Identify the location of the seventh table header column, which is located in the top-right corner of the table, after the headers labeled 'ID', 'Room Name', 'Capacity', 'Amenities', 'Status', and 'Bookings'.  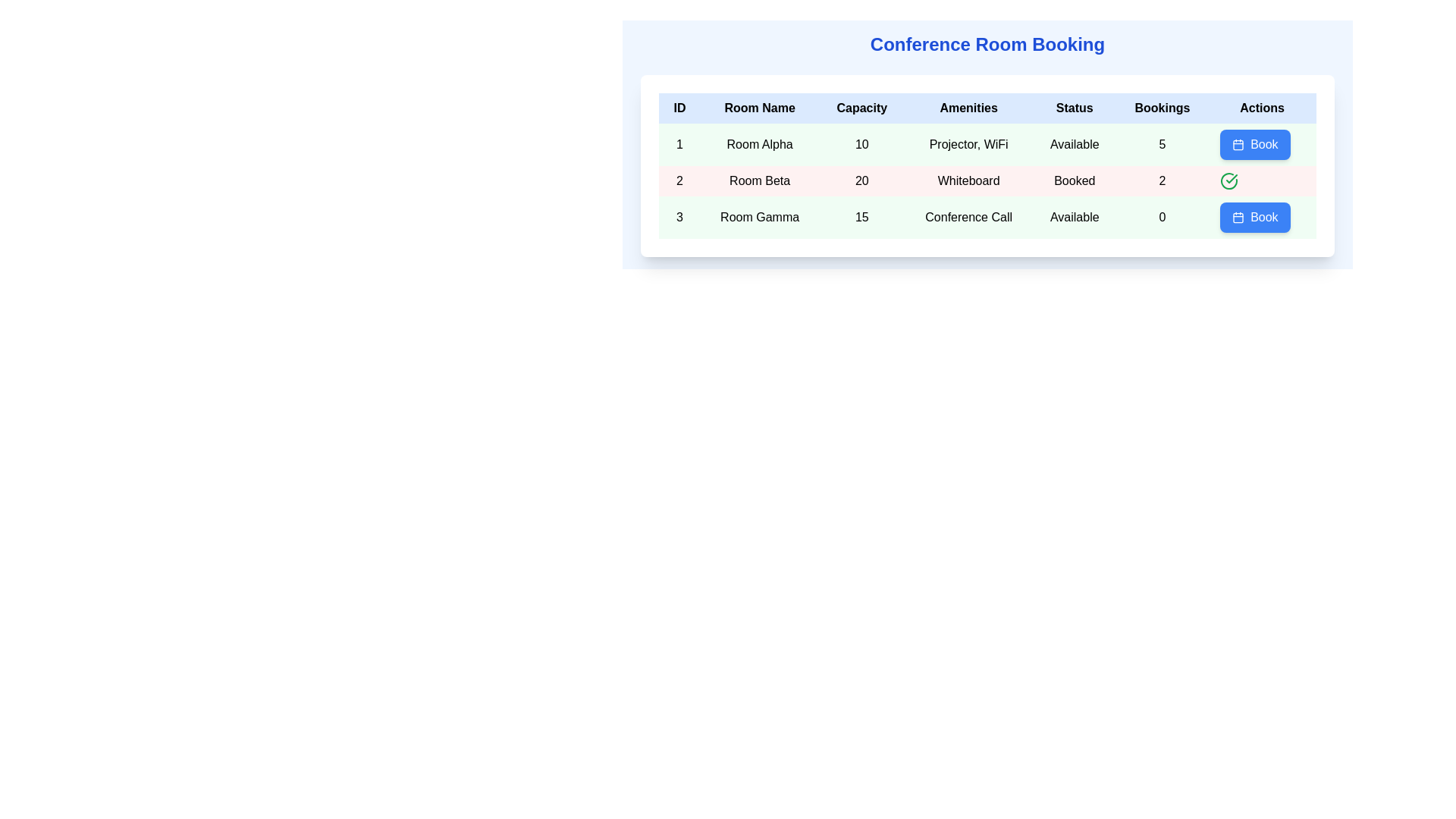
(1262, 107).